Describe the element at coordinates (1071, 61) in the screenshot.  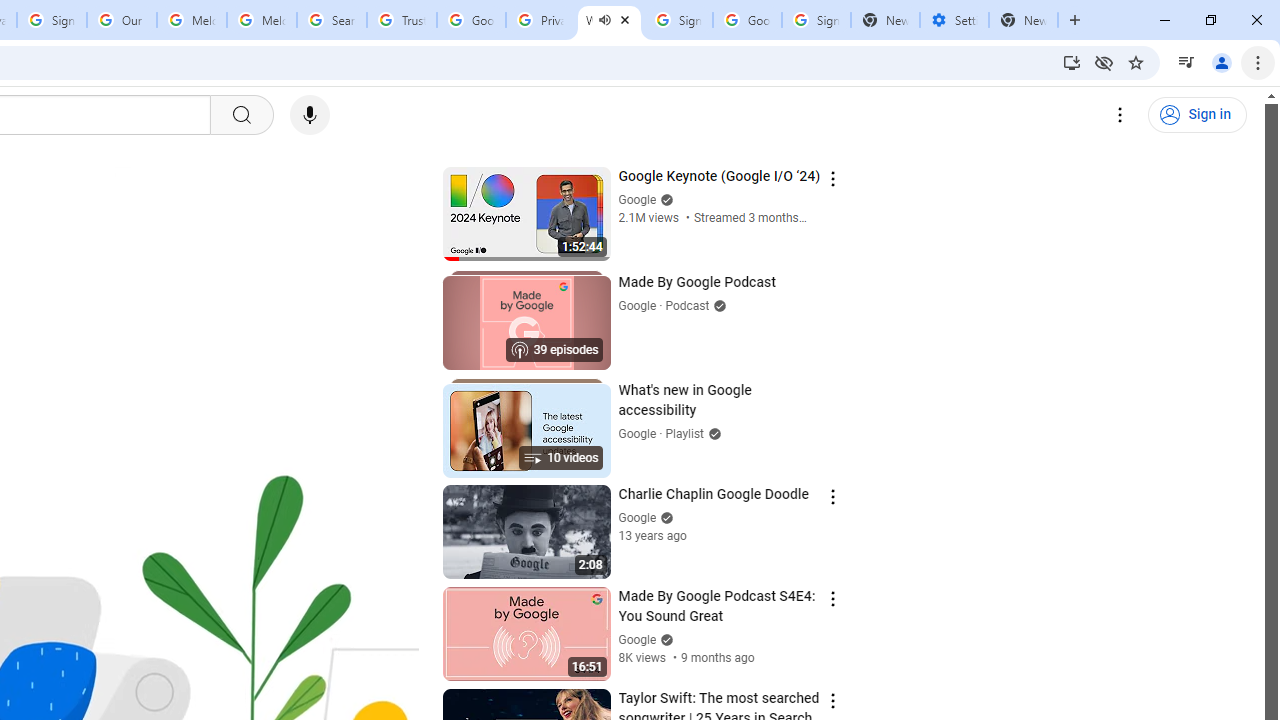
I see `'Install YouTube'` at that location.